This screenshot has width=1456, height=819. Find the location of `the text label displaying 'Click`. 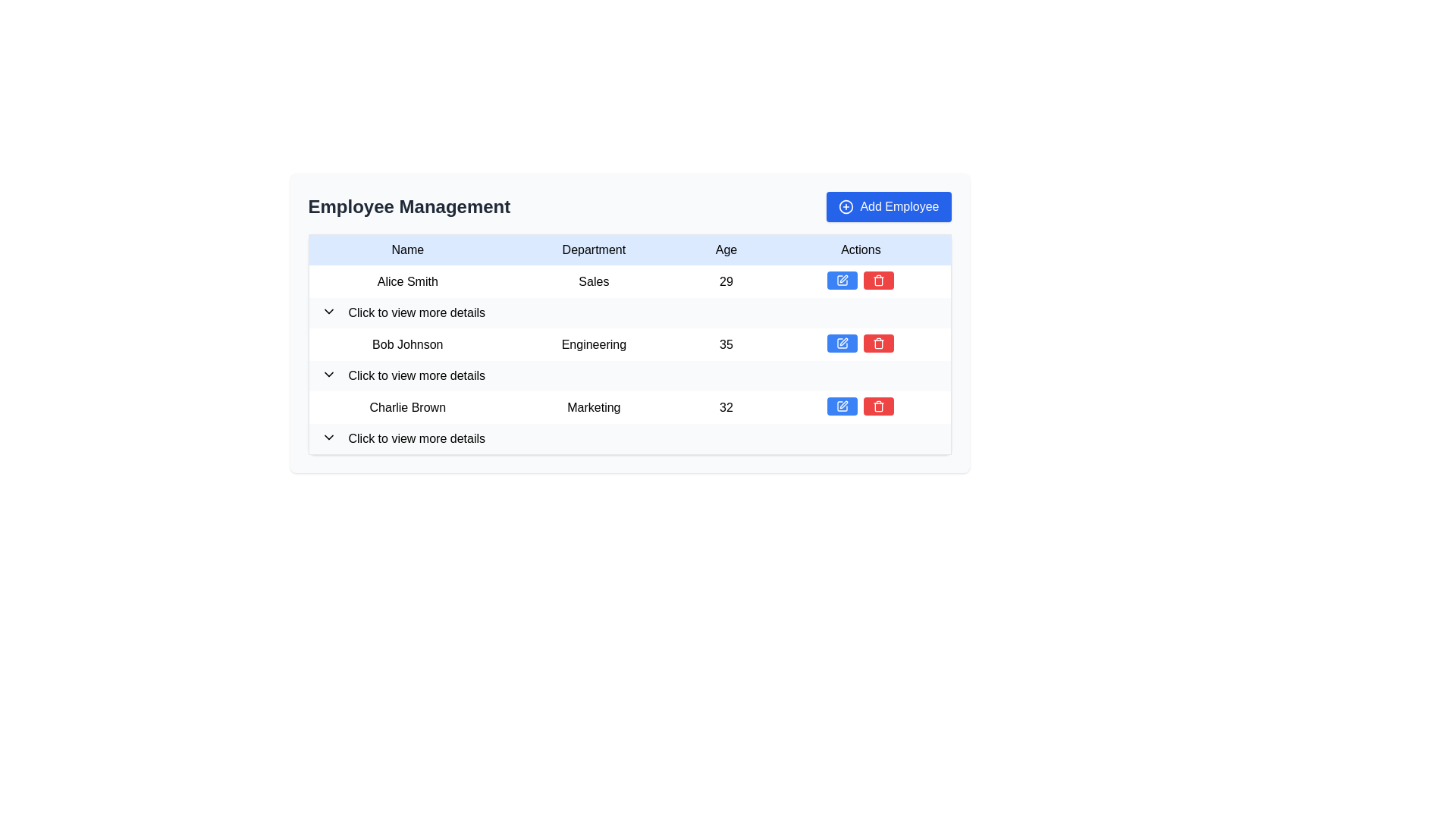

the text label displaying 'Click is located at coordinates (416, 375).